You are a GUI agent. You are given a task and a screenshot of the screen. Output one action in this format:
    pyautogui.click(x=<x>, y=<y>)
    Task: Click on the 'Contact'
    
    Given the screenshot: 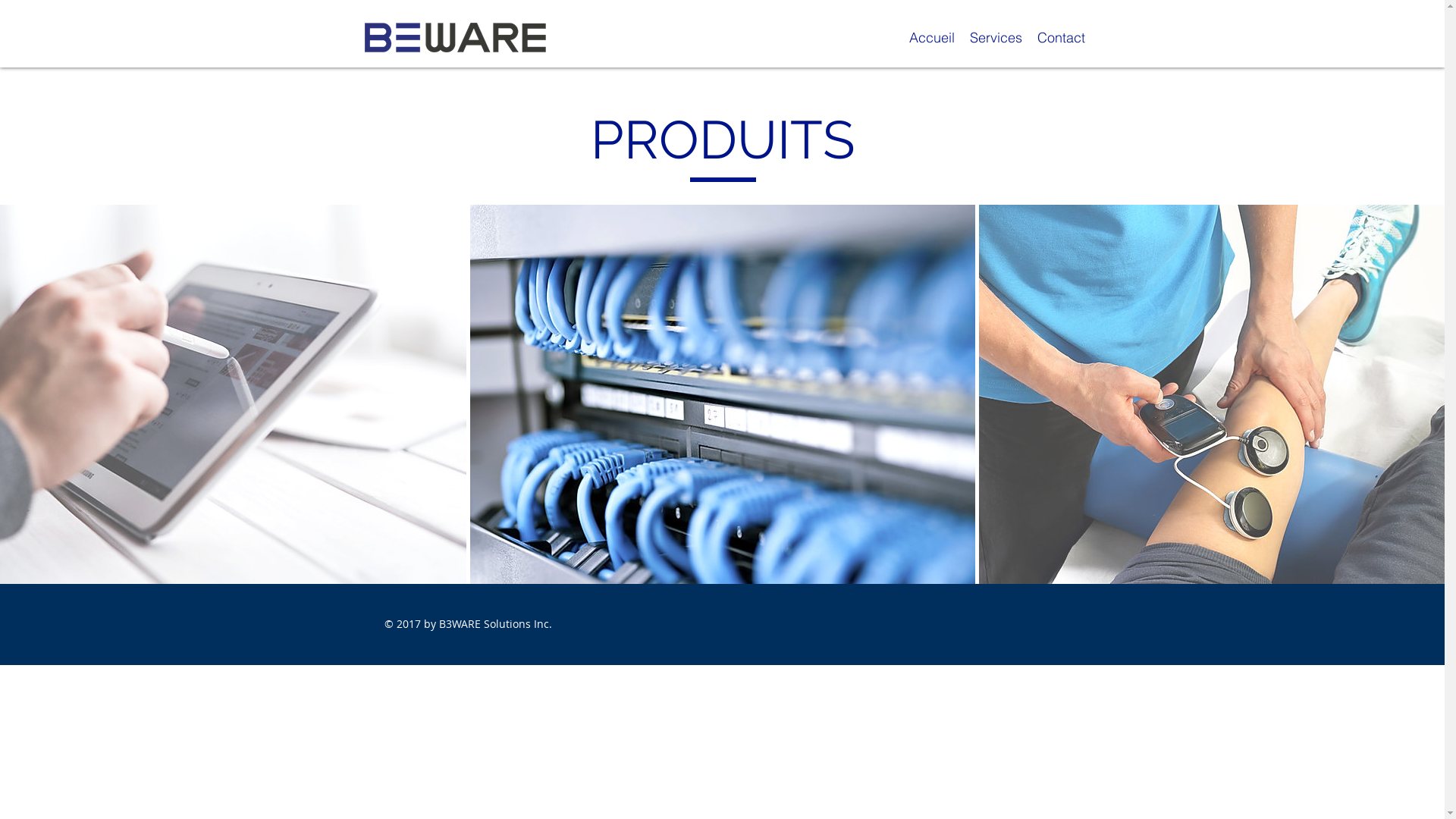 What is the action you would take?
    pyautogui.click(x=1060, y=36)
    